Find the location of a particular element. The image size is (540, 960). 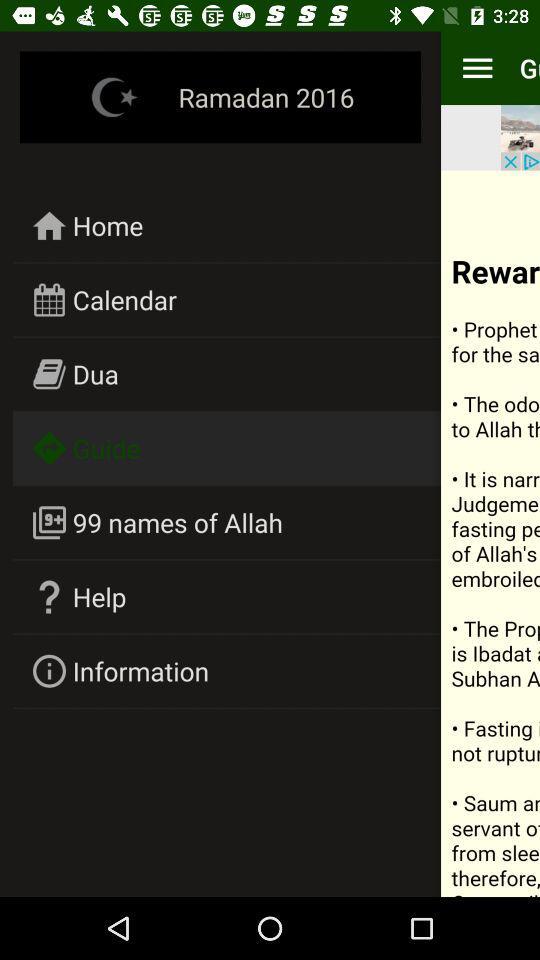

advertisement is located at coordinates (520, 136).